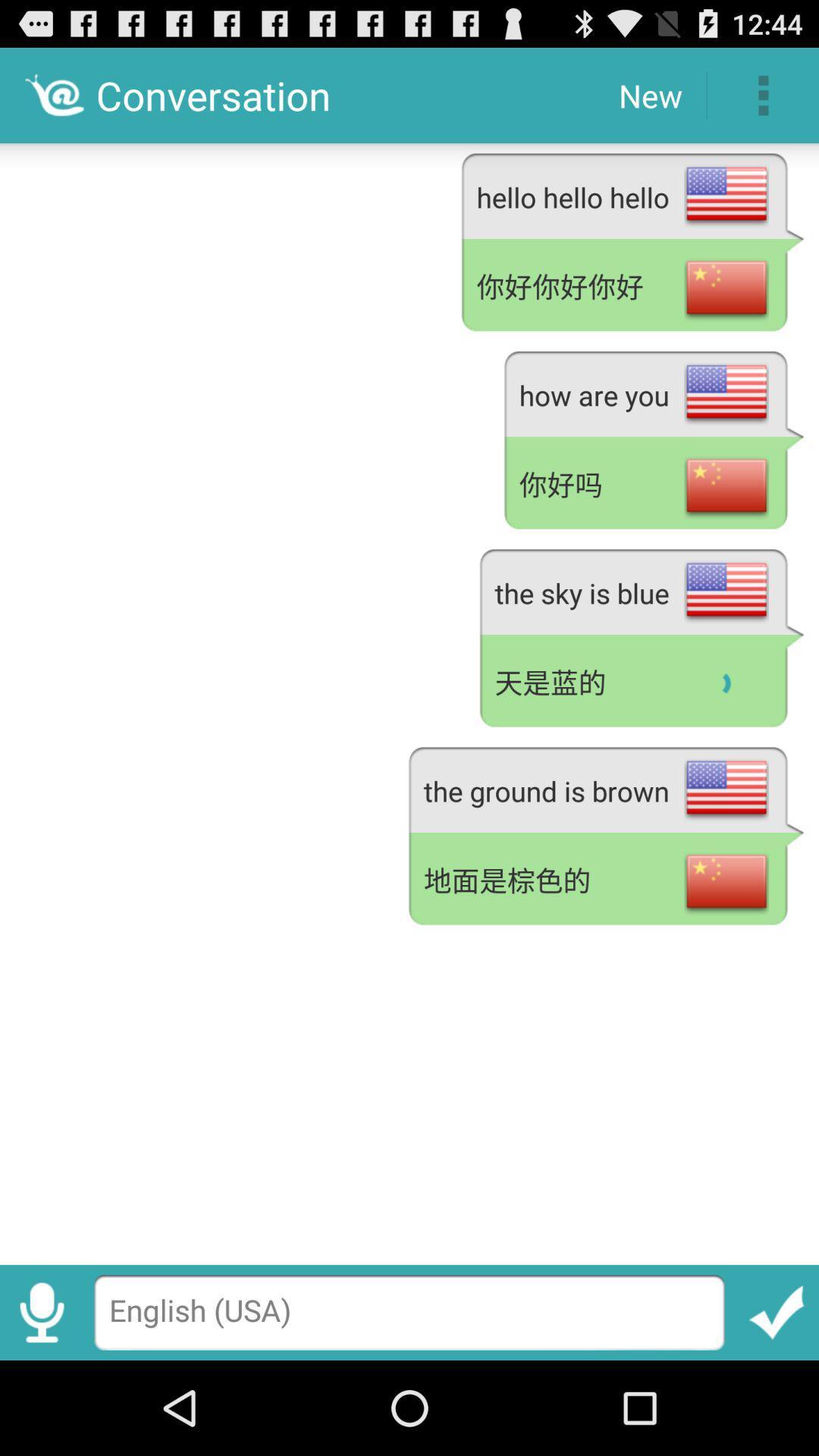 This screenshot has height=1456, width=819. What do you see at coordinates (409, 1312) in the screenshot?
I see `search engie window` at bounding box center [409, 1312].